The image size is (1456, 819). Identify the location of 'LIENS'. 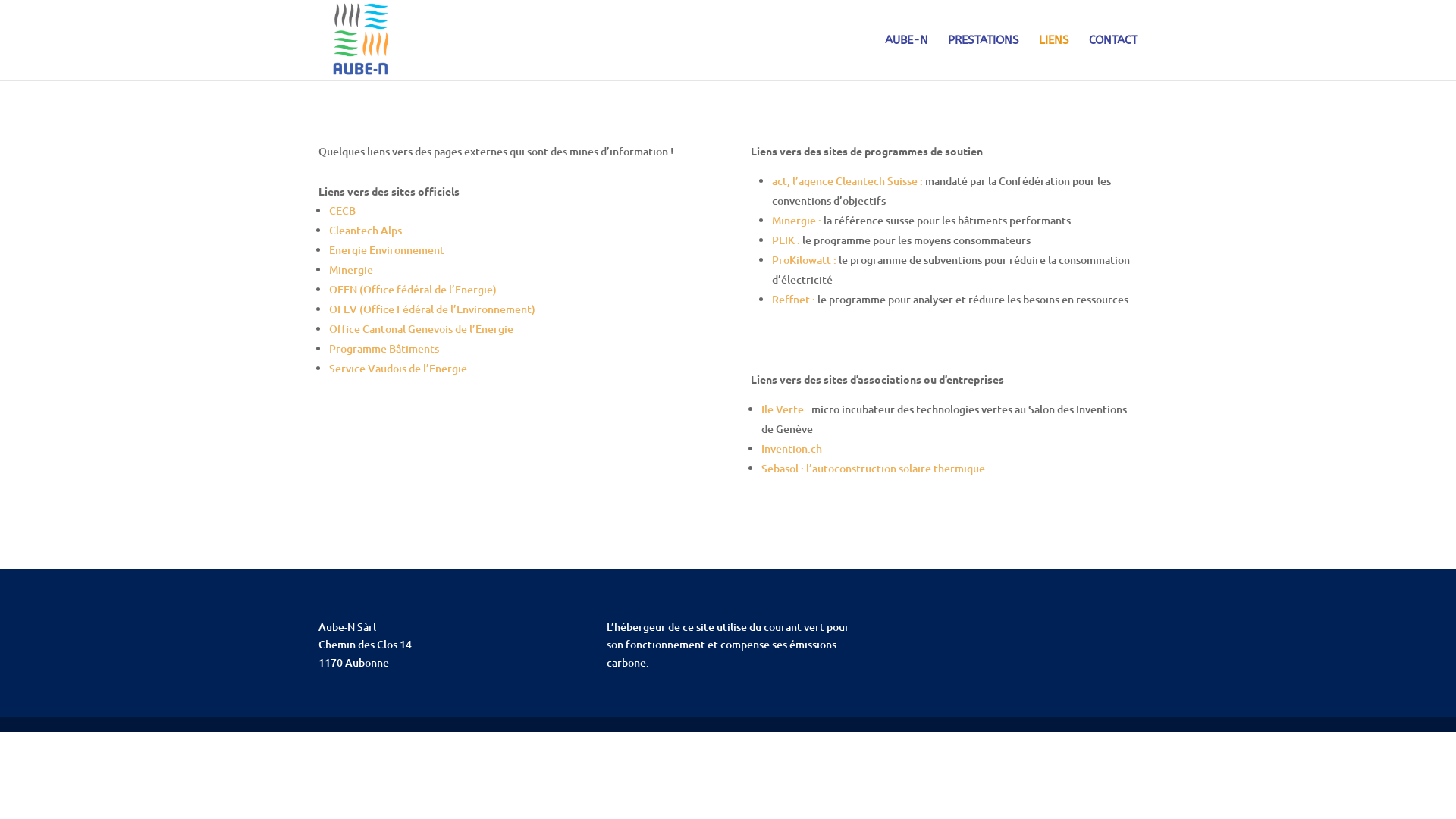
(1053, 57).